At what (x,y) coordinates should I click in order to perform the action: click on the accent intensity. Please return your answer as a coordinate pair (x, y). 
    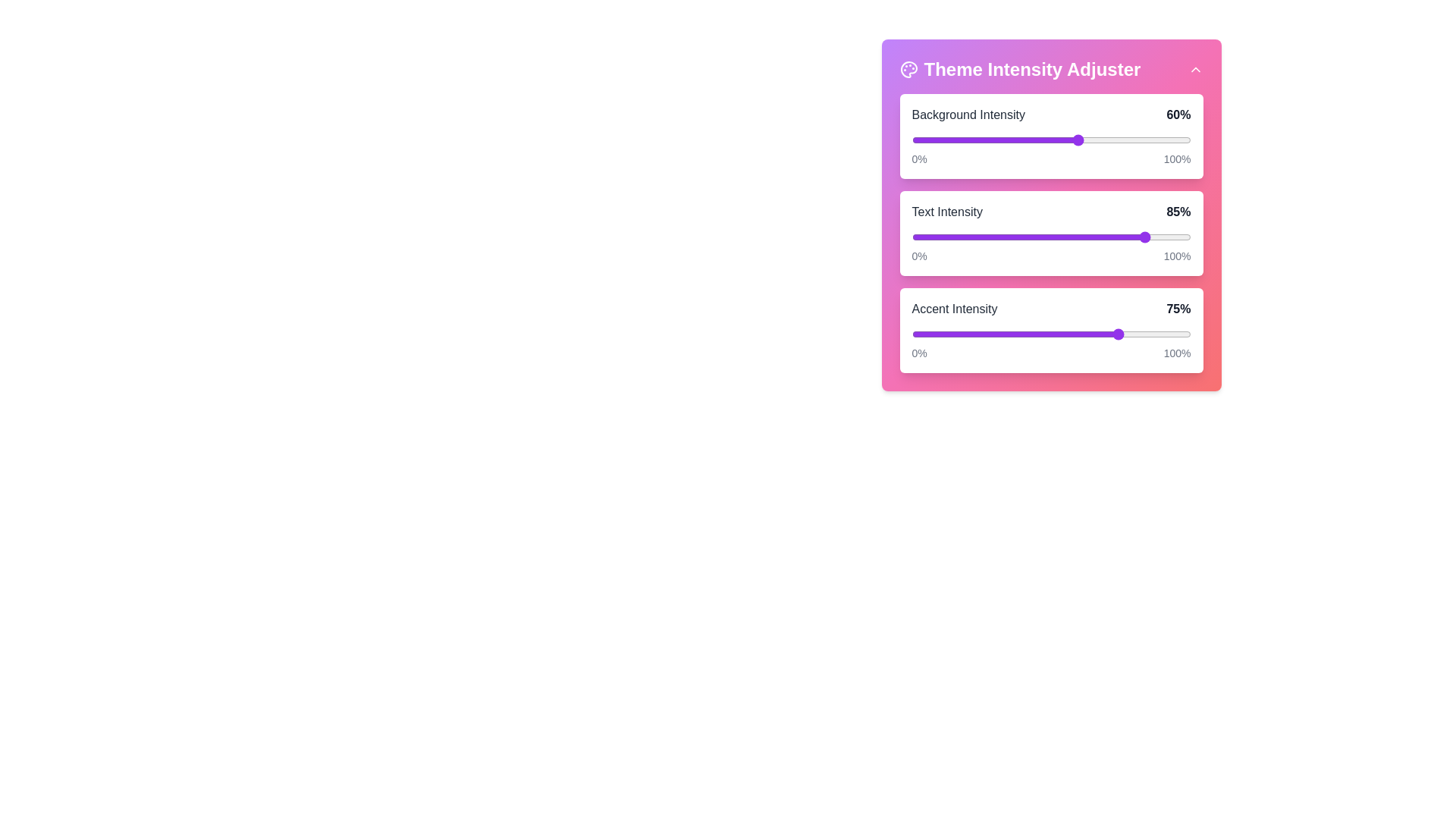
    Looking at the image, I should click on (955, 333).